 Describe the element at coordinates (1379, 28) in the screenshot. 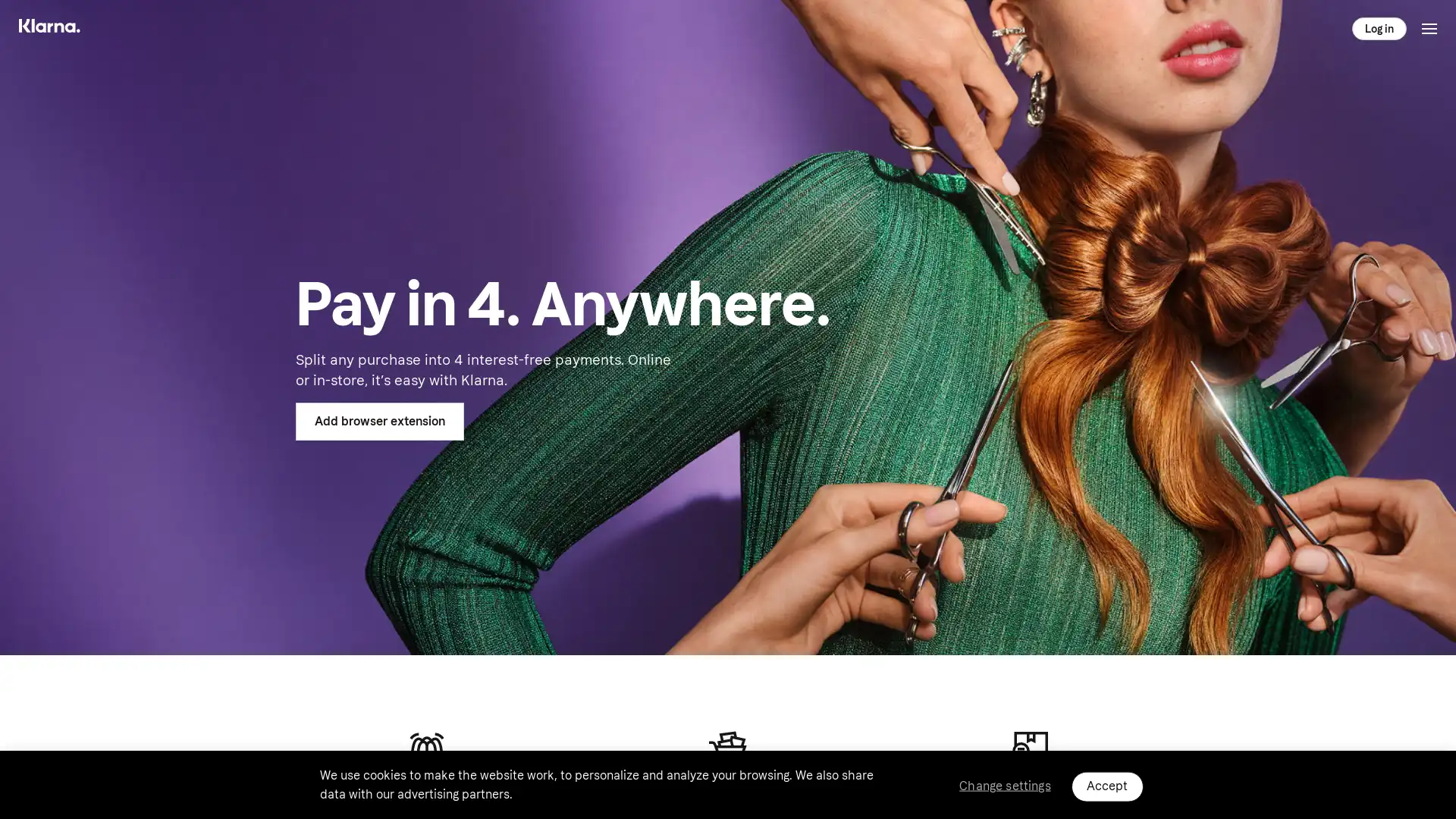

I see `Log in` at that location.